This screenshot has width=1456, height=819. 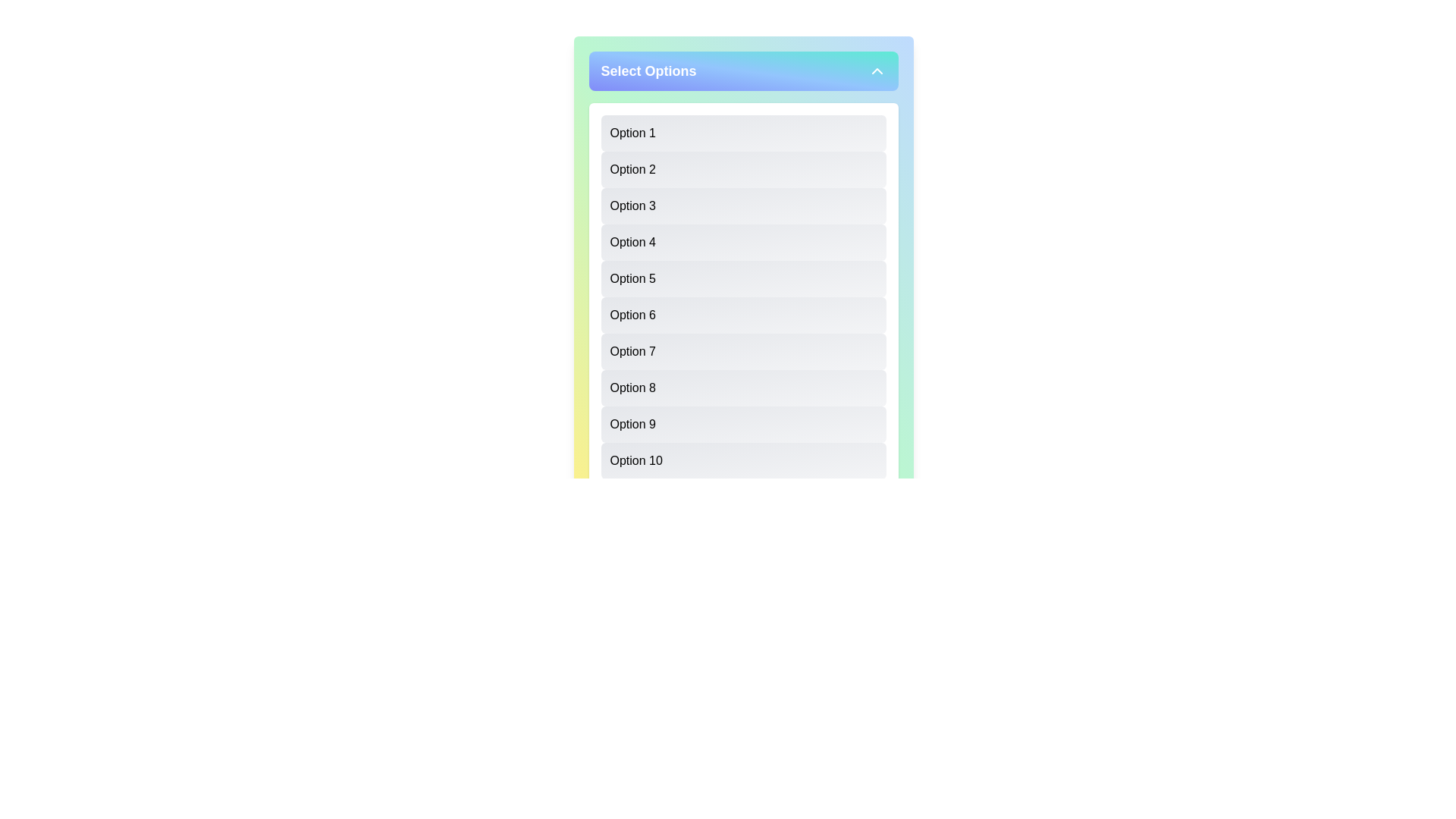 I want to click on the 'Option 3' text label in the dropdown interface, which is styled with a light gray background and is the third option in the list, so click(x=632, y=206).